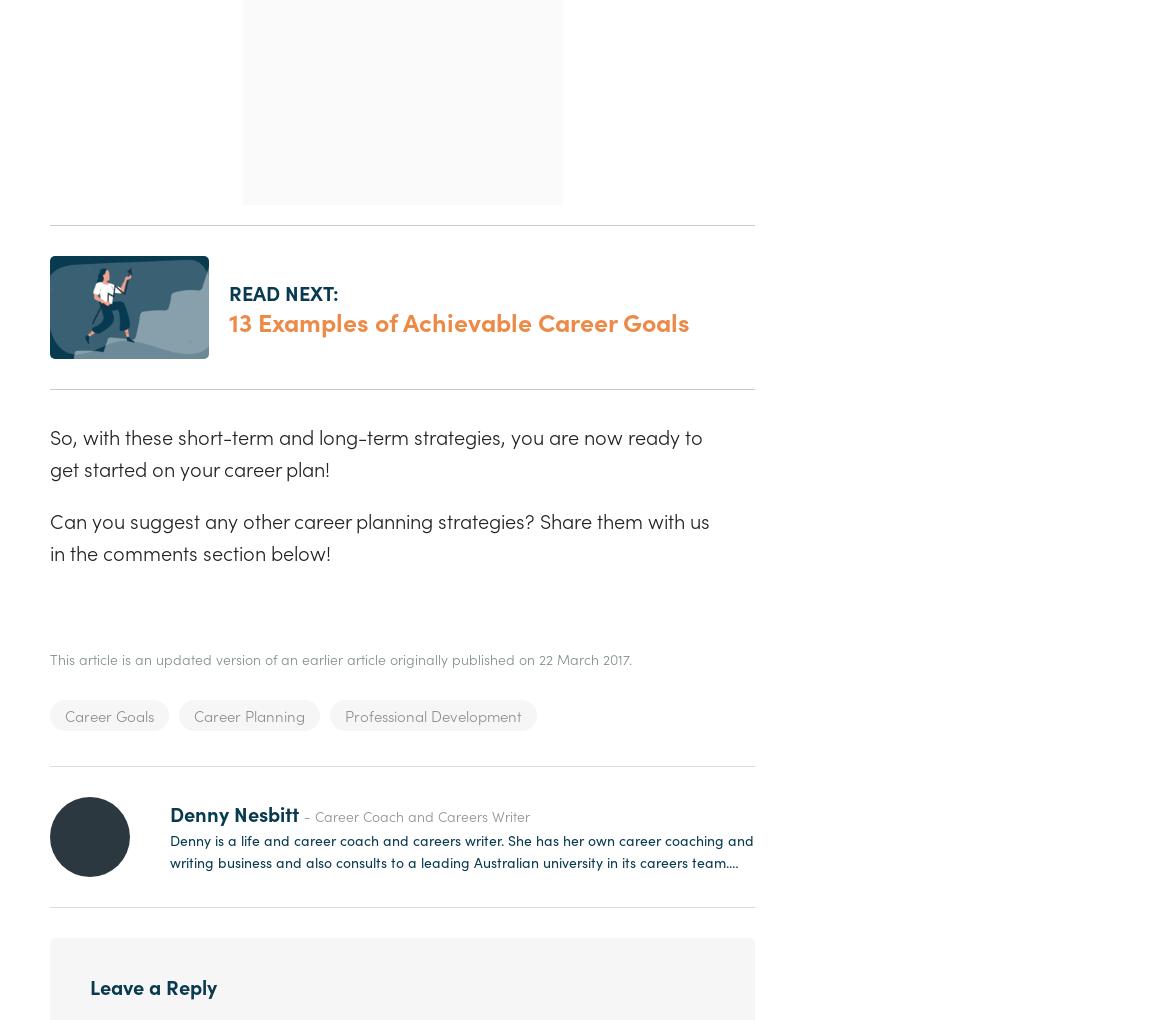 The image size is (1150, 1020). What do you see at coordinates (303, 814) in the screenshot?
I see `'- Career Coach and Careers Writer'` at bounding box center [303, 814].